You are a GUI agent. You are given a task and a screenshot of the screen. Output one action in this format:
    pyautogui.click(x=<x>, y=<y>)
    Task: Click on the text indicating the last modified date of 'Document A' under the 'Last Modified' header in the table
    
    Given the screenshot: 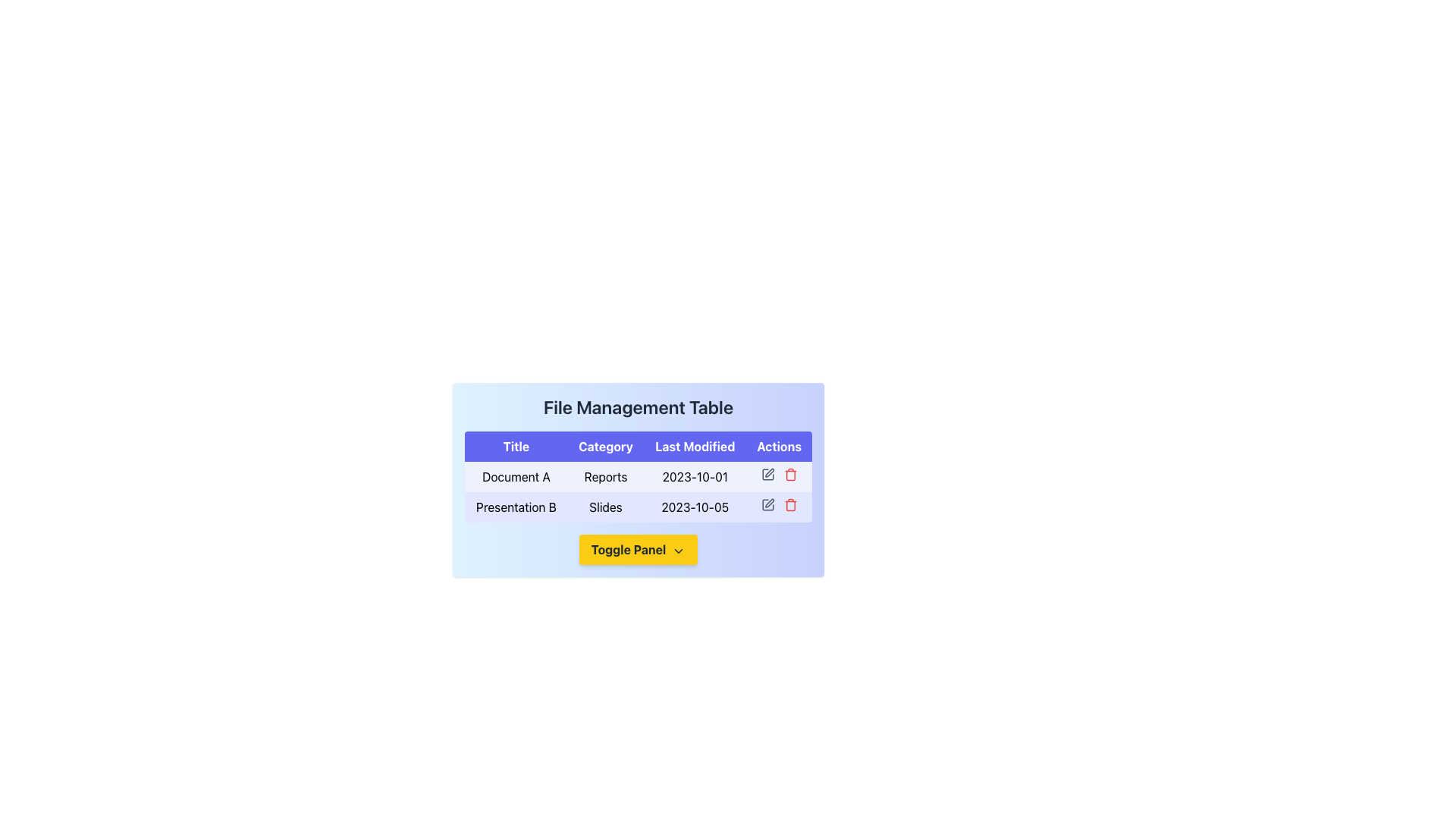 What is the action you would take?
    pyautogui.click(x=694, y=475)
    